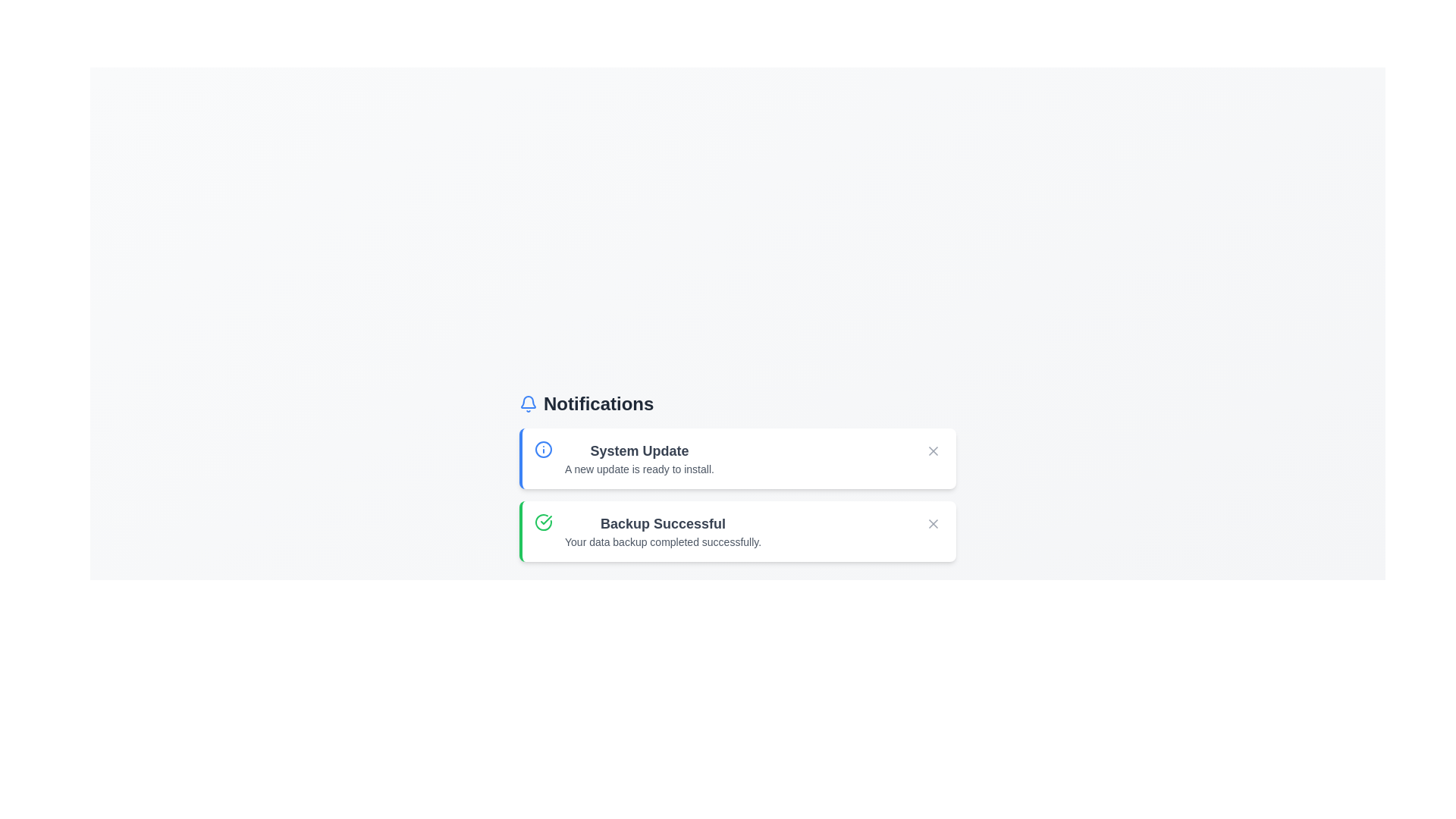 The width and height of the screenshot is (1456, 819). Describe the element at coordinates (543, 449) in the screenshot. I see `the central blue outlined SVG circle within the information icon of the 'System Update' notification card` at that location.